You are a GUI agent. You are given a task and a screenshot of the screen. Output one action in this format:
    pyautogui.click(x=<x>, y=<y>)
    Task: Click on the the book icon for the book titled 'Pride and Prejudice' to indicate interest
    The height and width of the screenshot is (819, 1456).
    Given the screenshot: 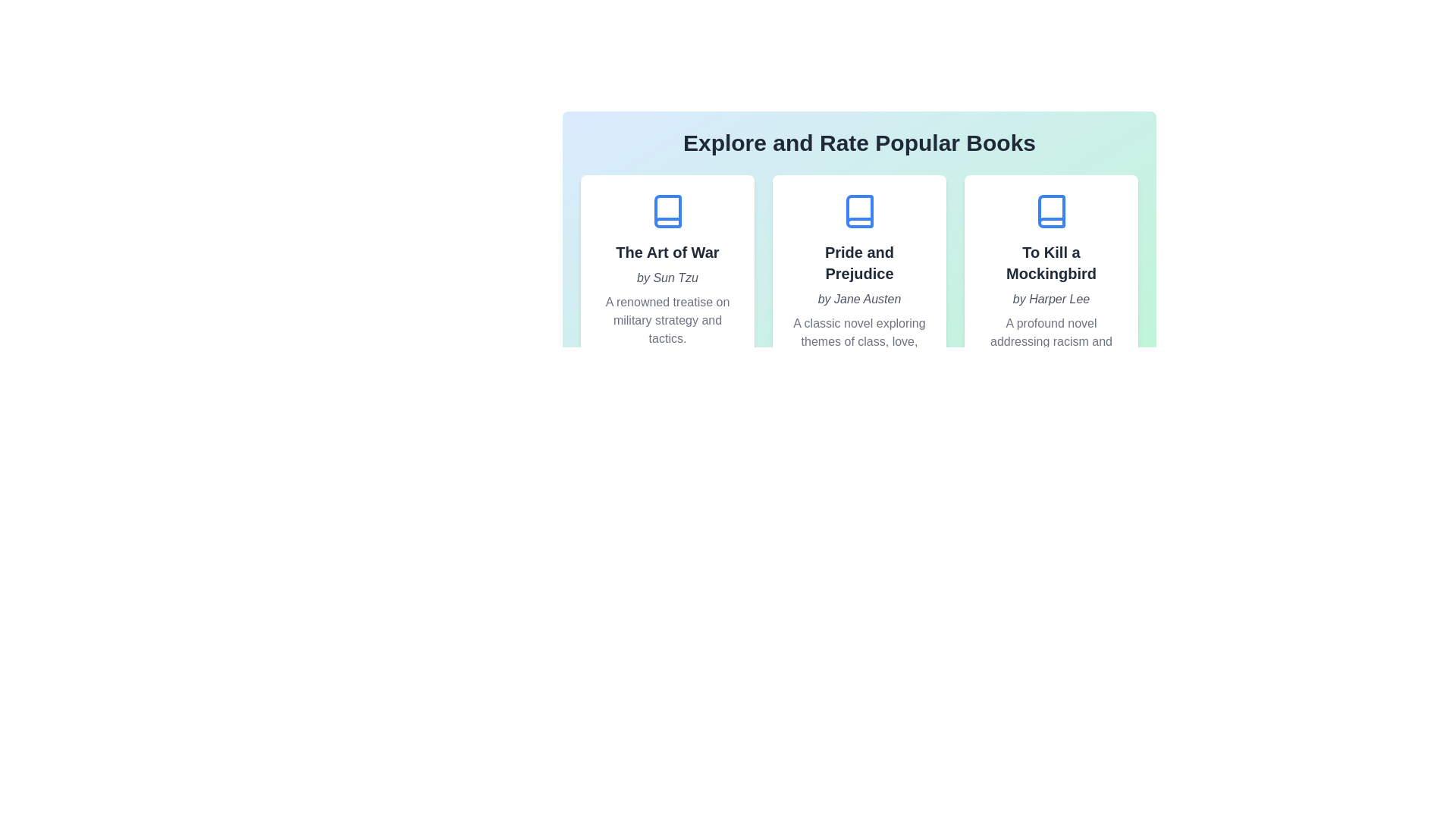 What is the action you would take?
    pyautogui.click(x=859, y=211)
    